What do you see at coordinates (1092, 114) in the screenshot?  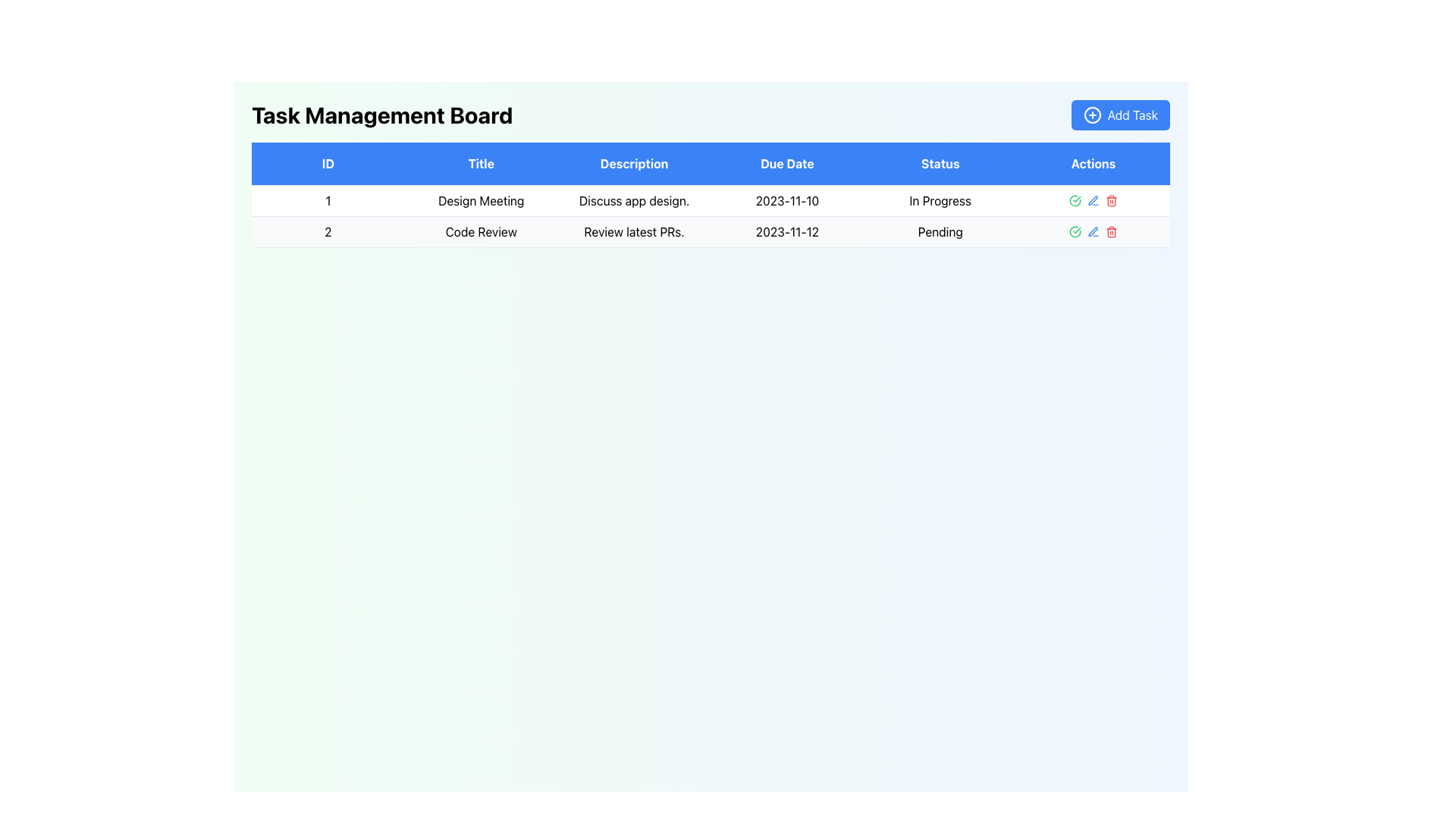 I see `the decorative icon with a plus sign, which is located to the left of the 'Add Task' button text, positioned at the top-right corner of the interface` at bounding box center [1092, 114].